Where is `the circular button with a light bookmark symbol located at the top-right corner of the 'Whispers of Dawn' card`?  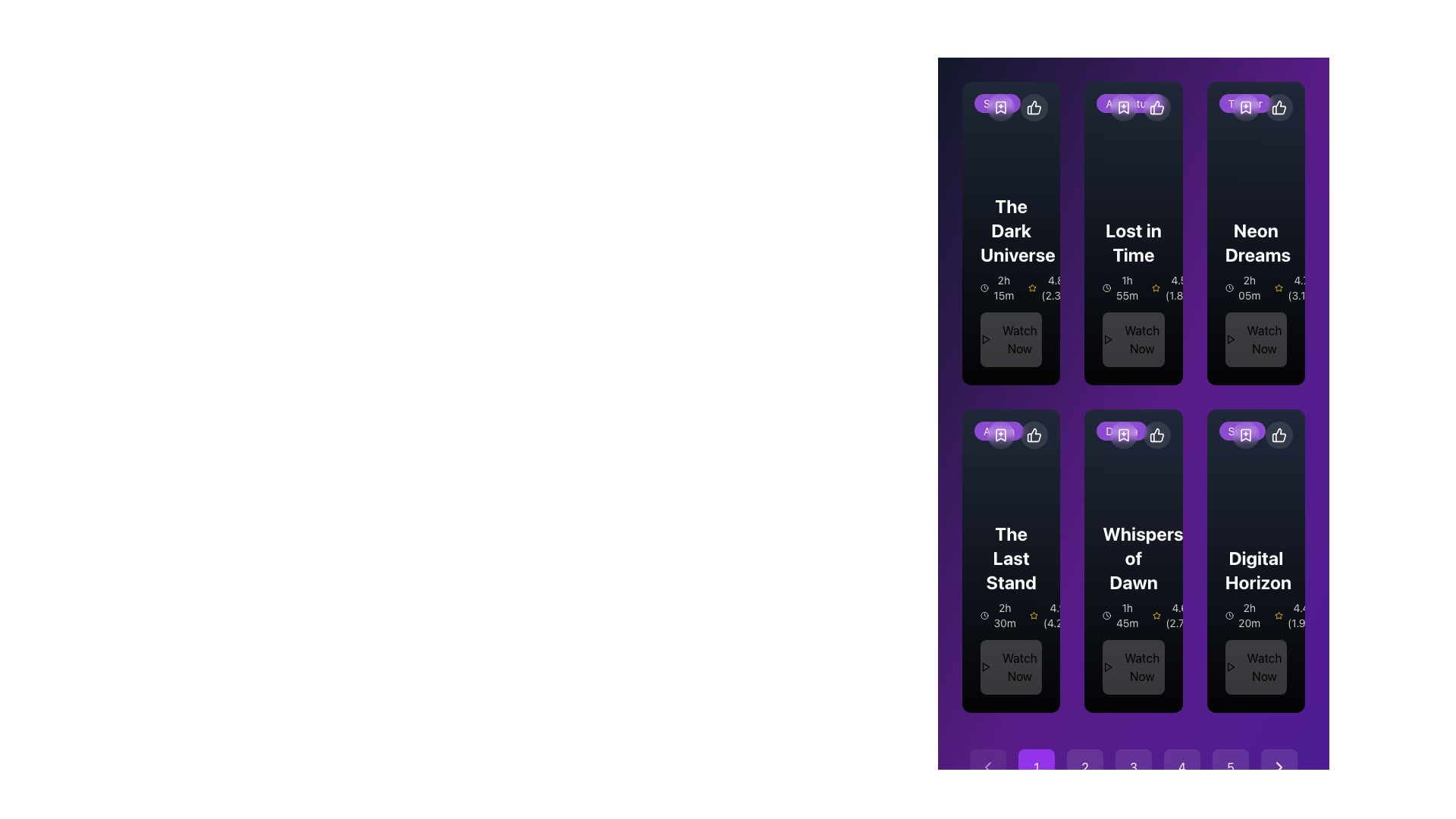 the circular button with a light bookmark symbol located at the top-right corner of the 'Whispers of Dawn' card is located at coordinates (1140, 435).